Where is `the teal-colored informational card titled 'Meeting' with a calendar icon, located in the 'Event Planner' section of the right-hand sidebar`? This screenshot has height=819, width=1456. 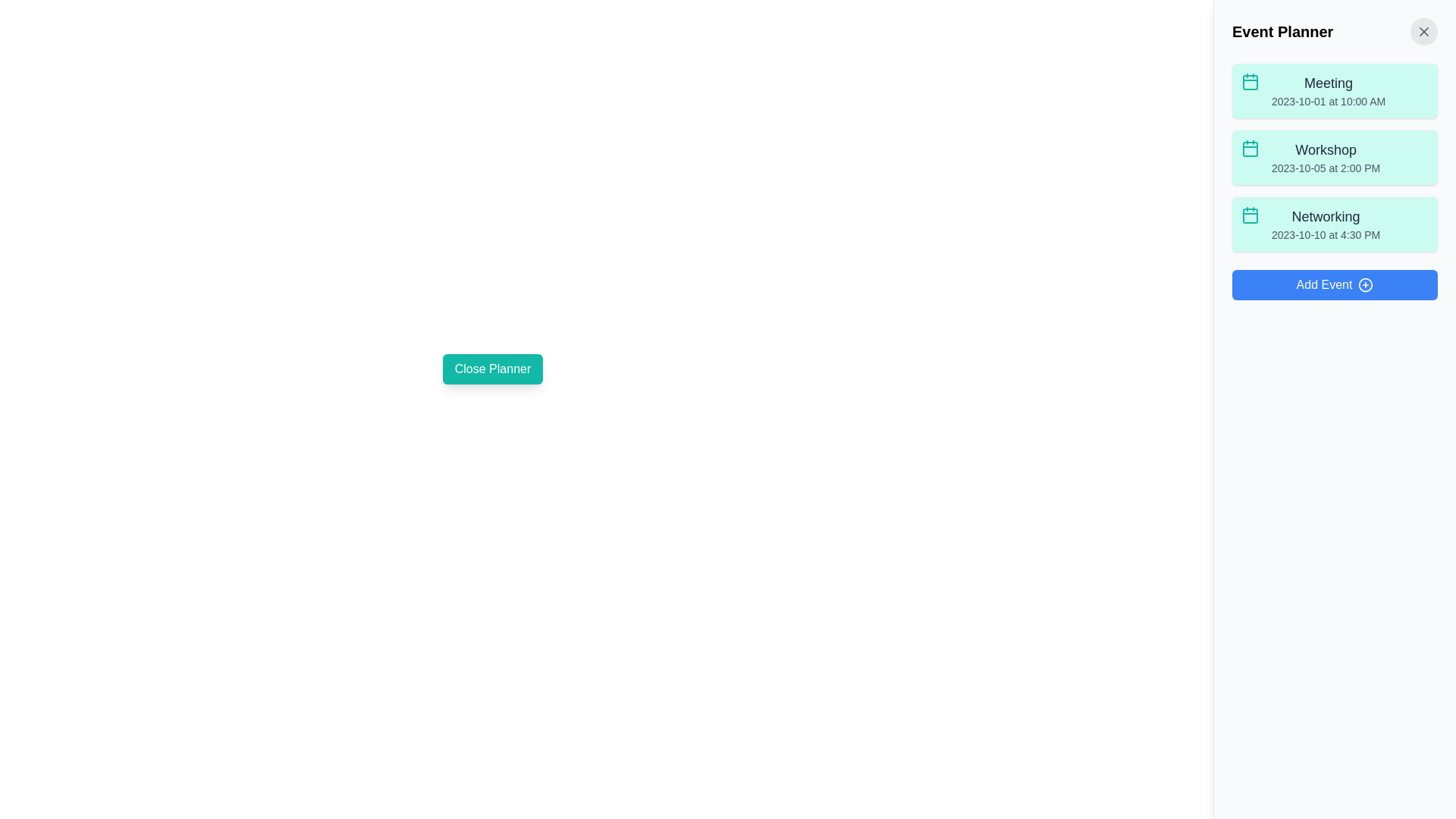
the teal-colored informational card titled 'Meeting' with a calendar icon, located in the 'Event Planner' section of the right-hand sidebar is located at coordinates (1335, 90).